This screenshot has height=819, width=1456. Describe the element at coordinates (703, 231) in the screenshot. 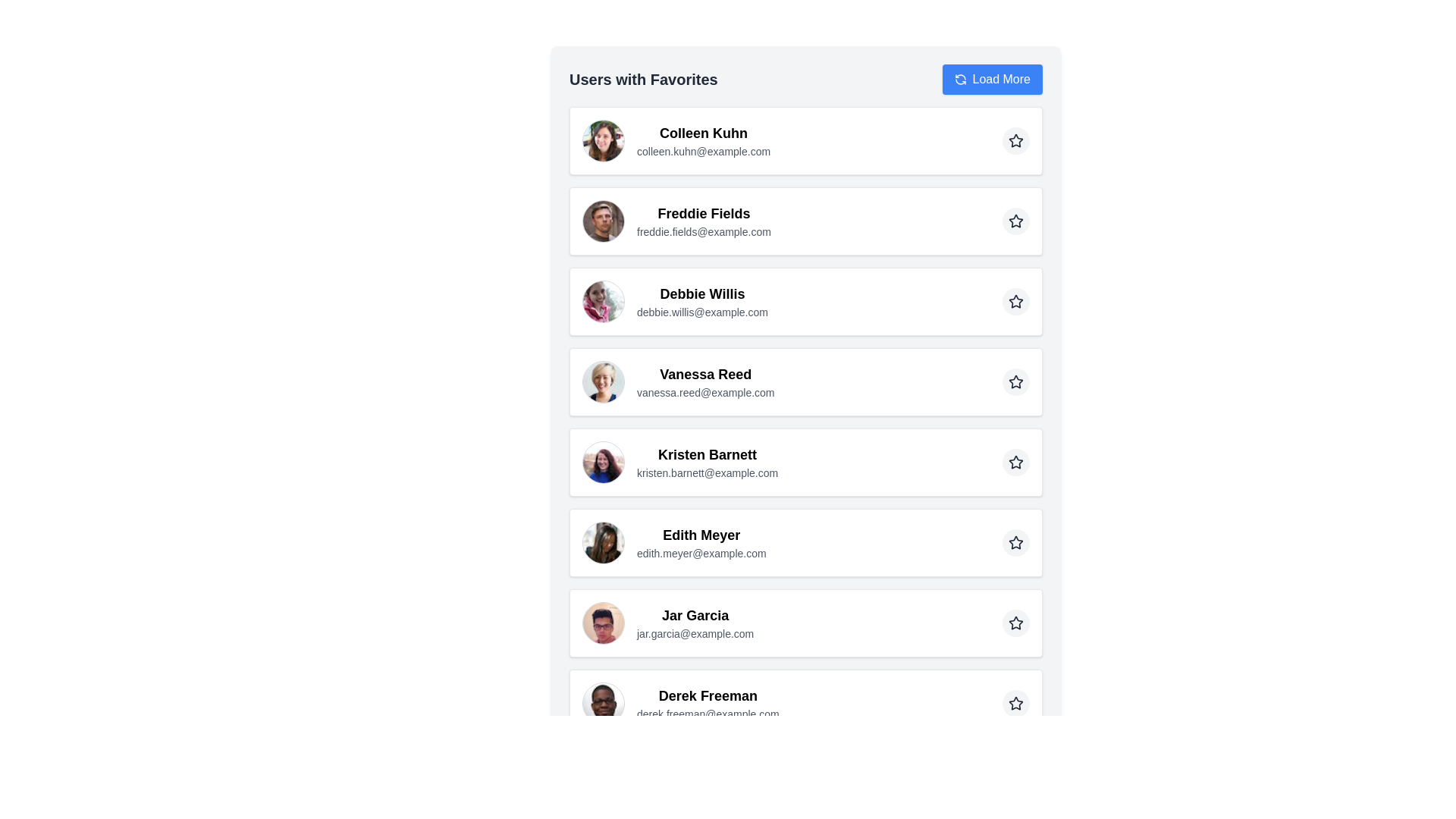

I see `the Text Label displaying the email address for user 'Freddie Fields', located below the user's name in the vertical stack layout` at that location.